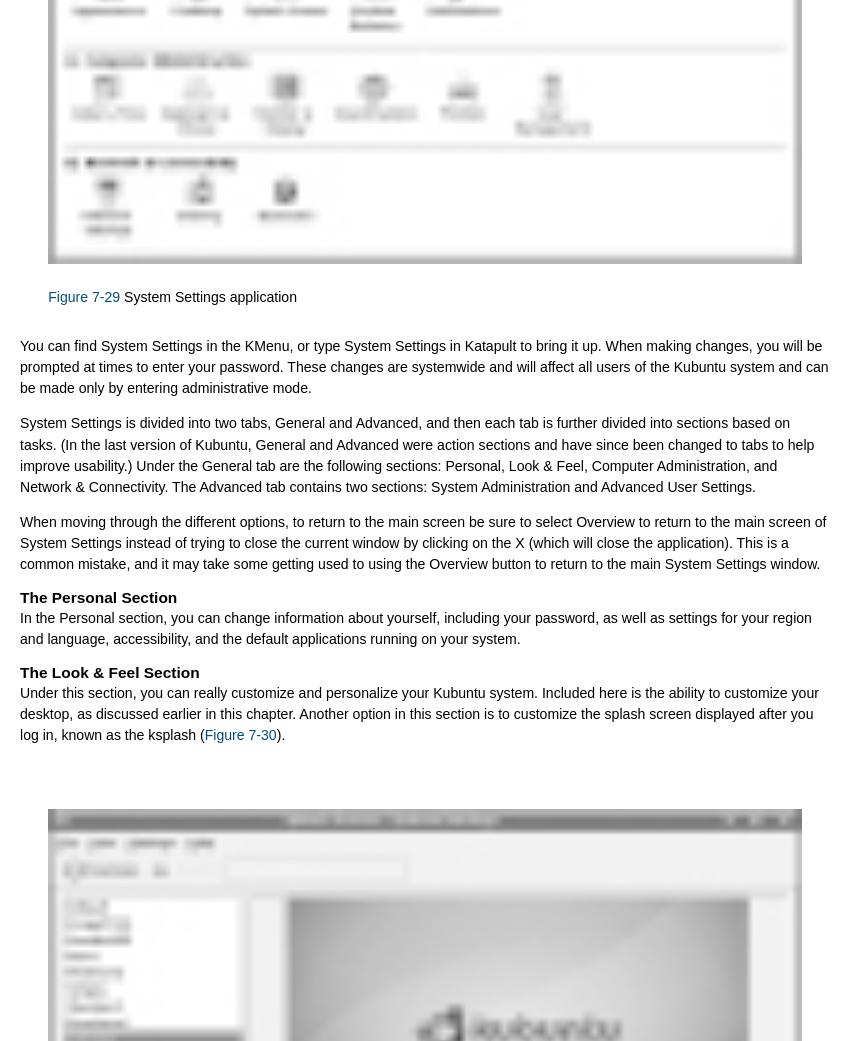 Image resolution: width=850 pixels, height=1041 pixels. What do you see at coordinates (97, 597) in the screenshot?
I see `'The Personal Section'` at bounding box center [97, 597].